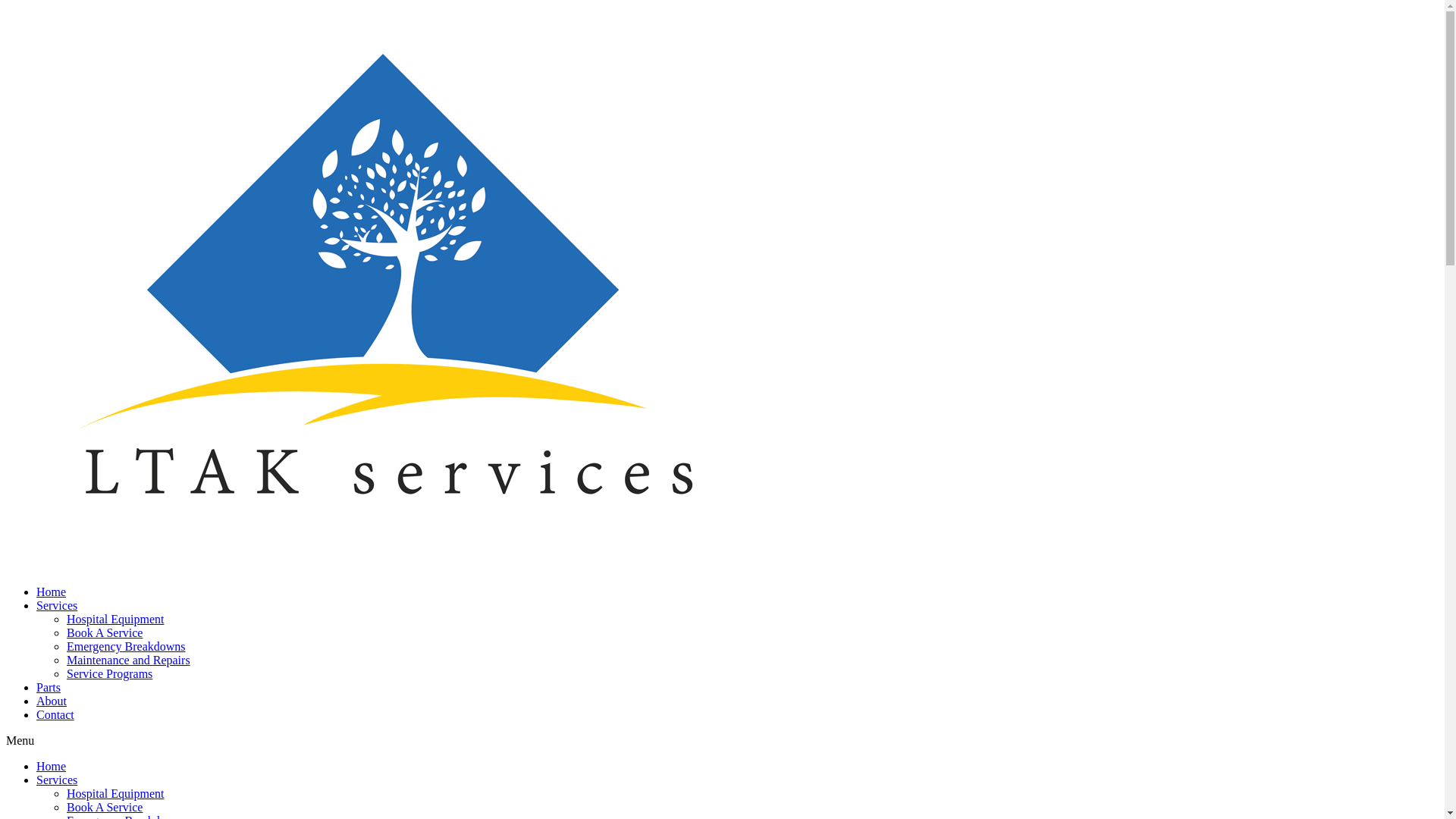  I want to click on 'Contact', so click(55, 714).